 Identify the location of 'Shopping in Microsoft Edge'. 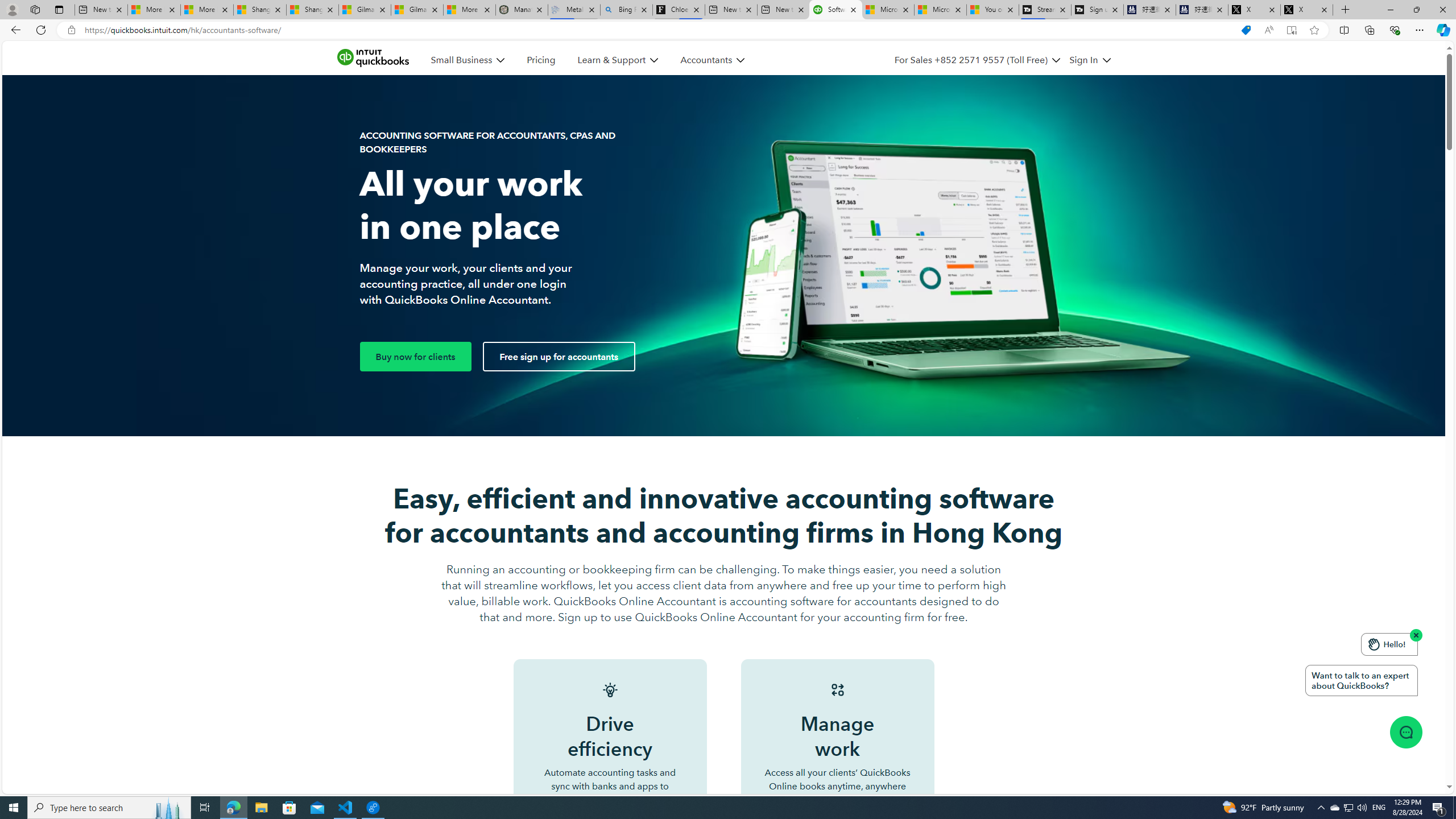
(1246, 30).